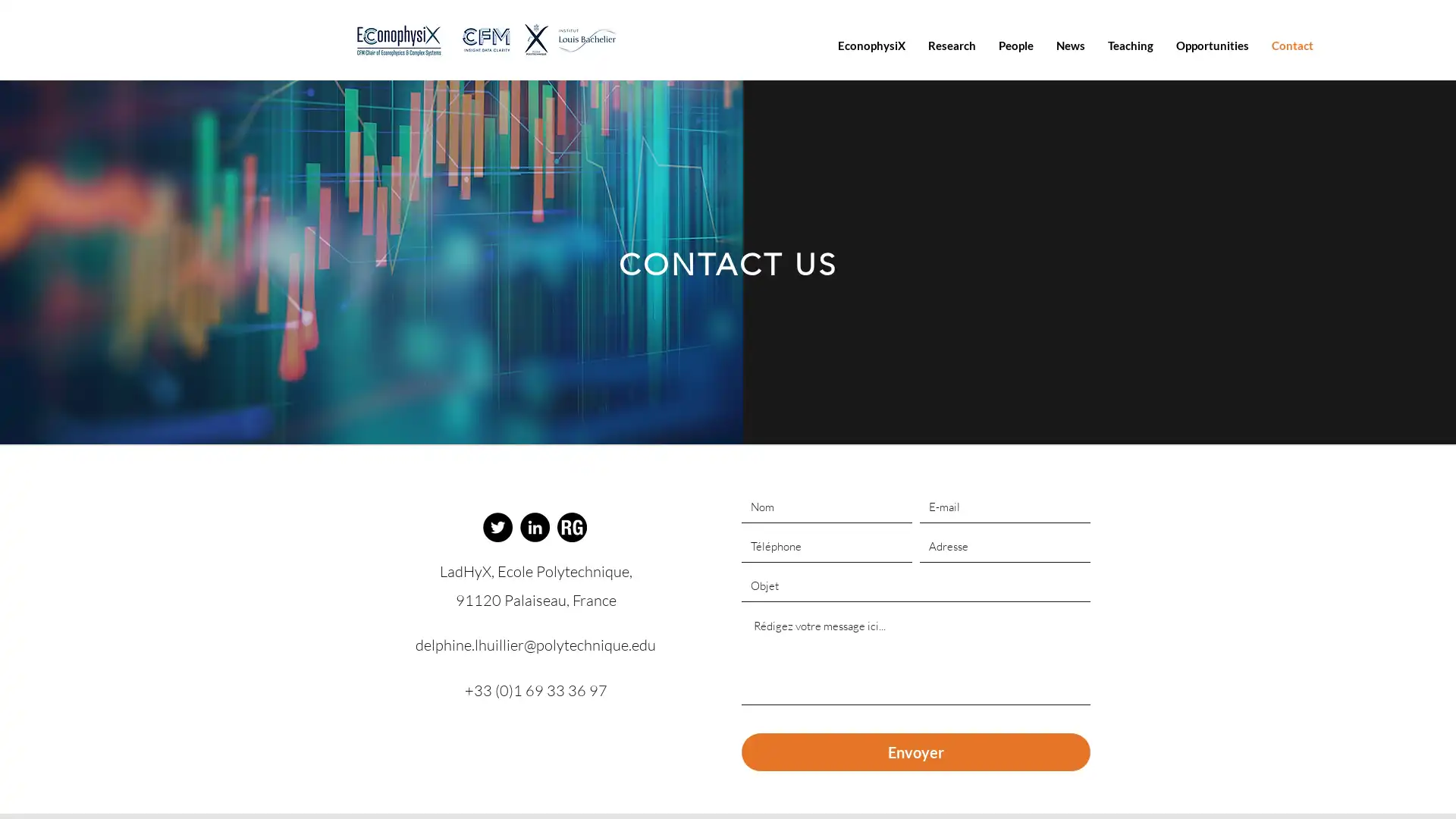 This screenshot has height=819, width=1456. What do you see at coordinates (914, 752) in the screenshot?
I see `Envoyer` at bounding box center [914, 752].